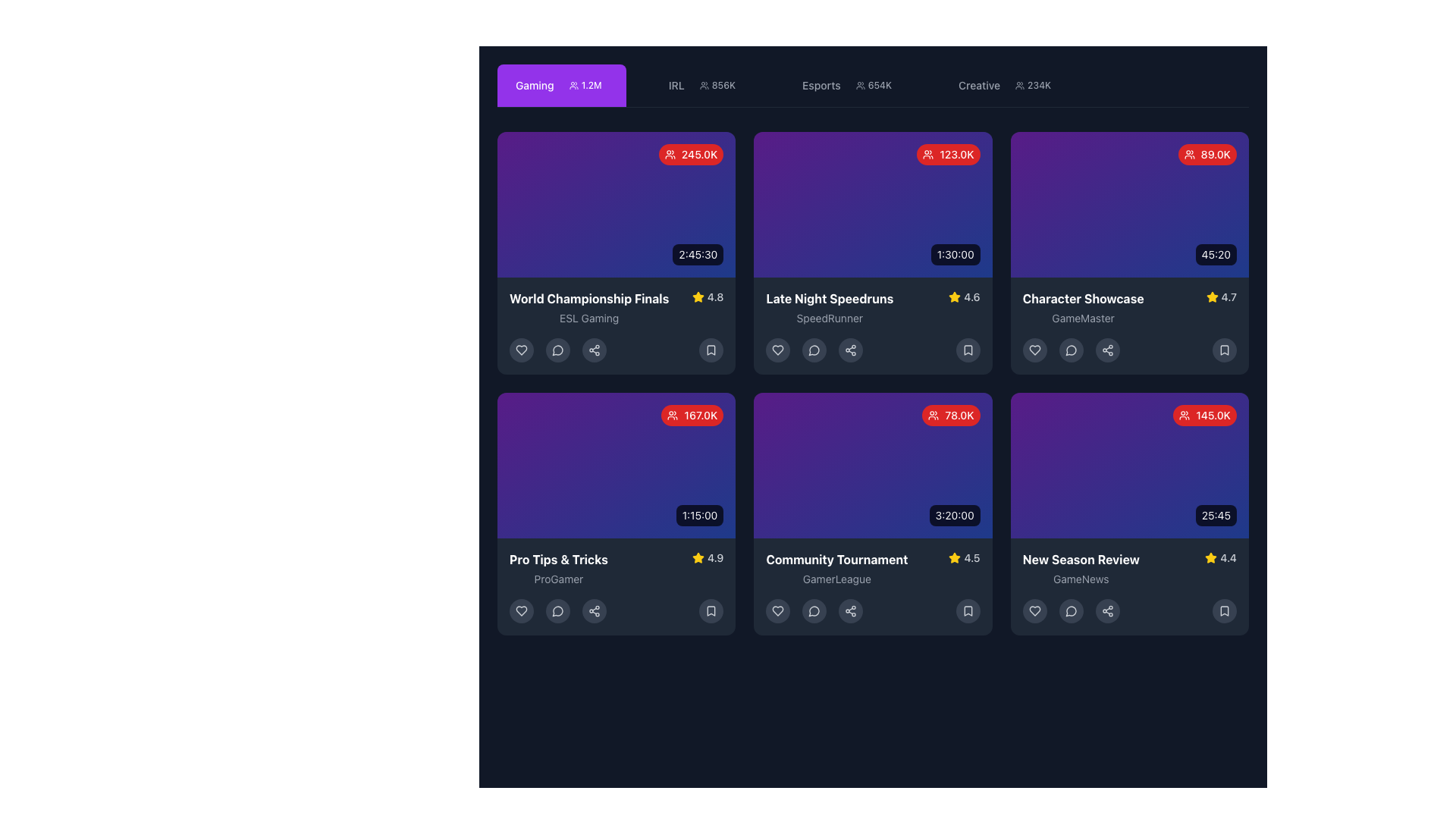  What do you see at coordinates (964, 558) in the screenshot?
I see `the Rating display element, which consists of a yellow star icon and the text '4.5' in gray, located in the bottom right corner of the 'Community Tournament' card` at bounding box center [964, 558].